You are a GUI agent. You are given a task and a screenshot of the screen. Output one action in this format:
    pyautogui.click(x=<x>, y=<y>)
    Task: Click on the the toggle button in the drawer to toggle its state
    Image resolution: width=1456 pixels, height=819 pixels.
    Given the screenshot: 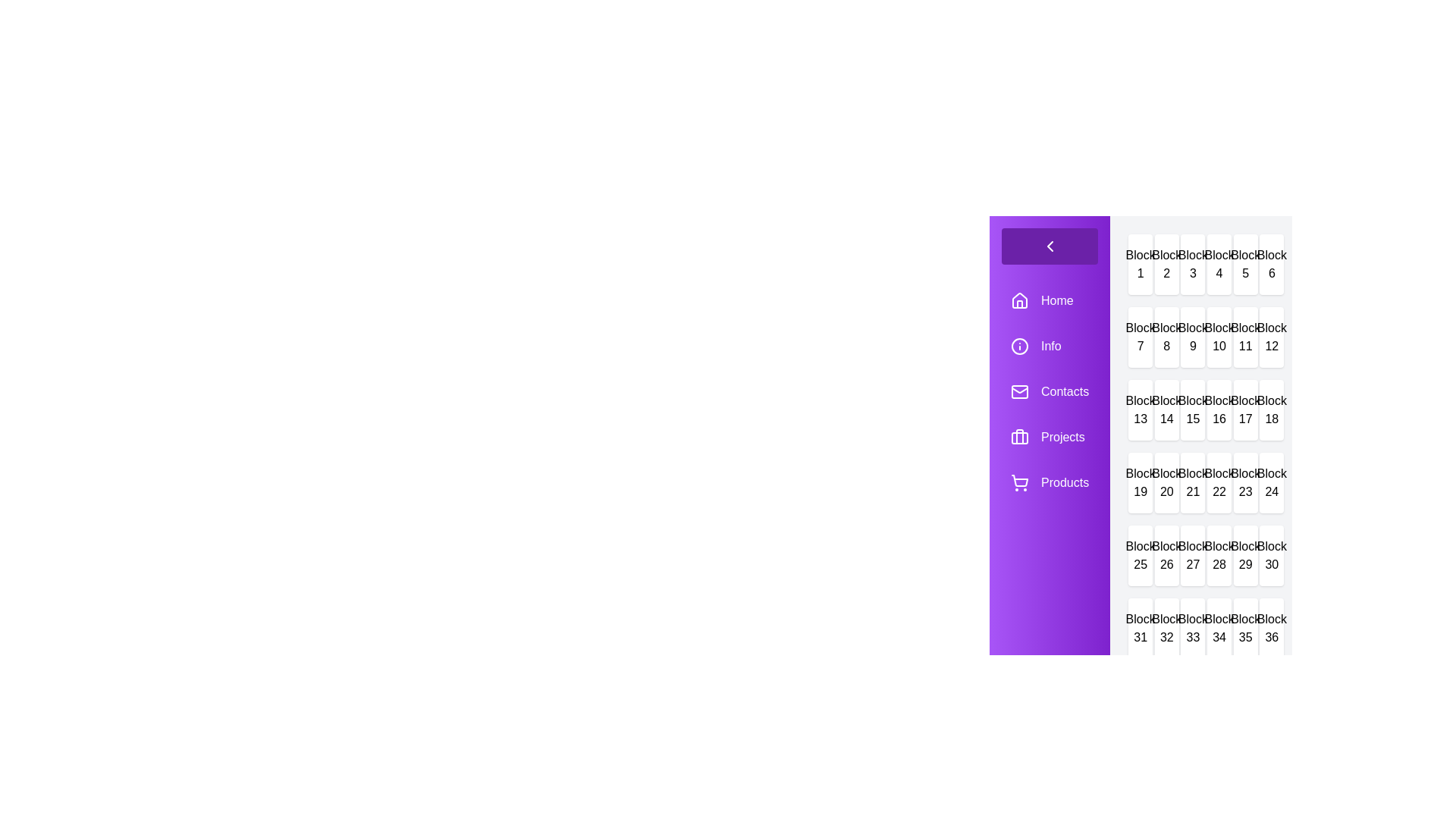 What is the action you would take?
    pyautogui.click(x=1049, y=245)
    